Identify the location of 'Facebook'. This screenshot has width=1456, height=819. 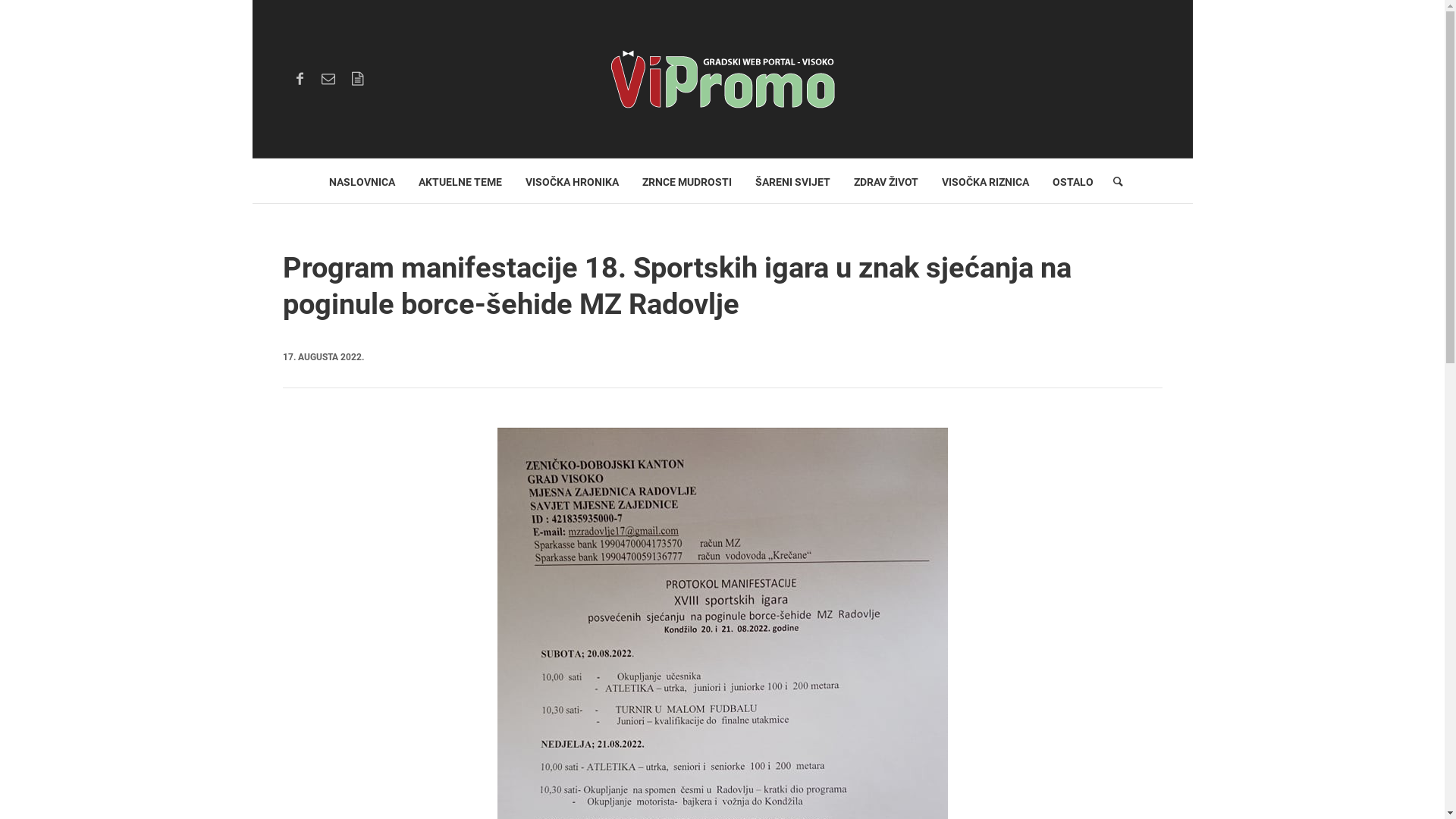
(299, 79).